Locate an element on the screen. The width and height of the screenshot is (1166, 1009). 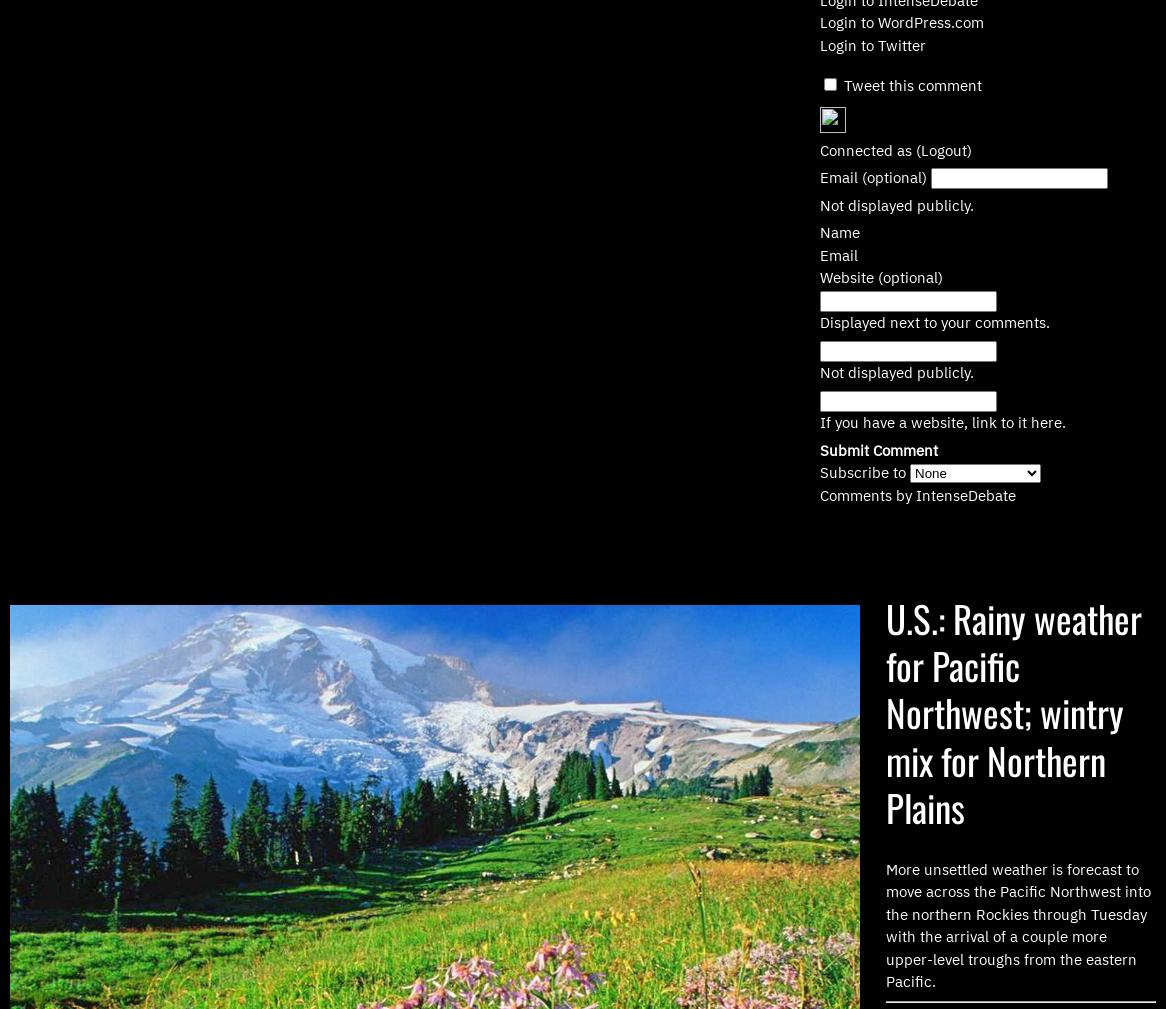
'Logout' is located at coordinates (943, 148).